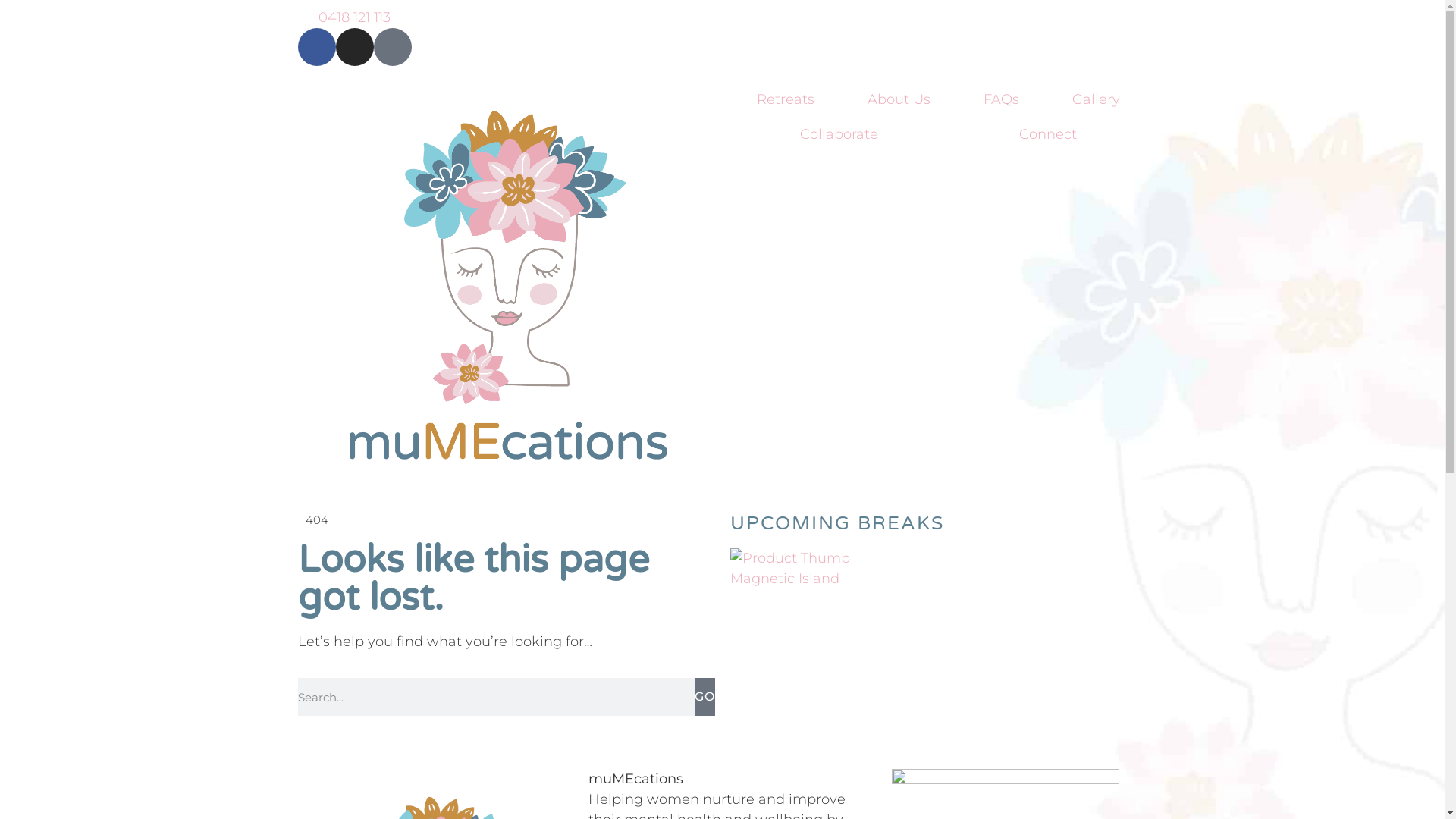 The width and height of the screenshot is (1456, 819). I want to click on 'Connect', so click(1047, 133).